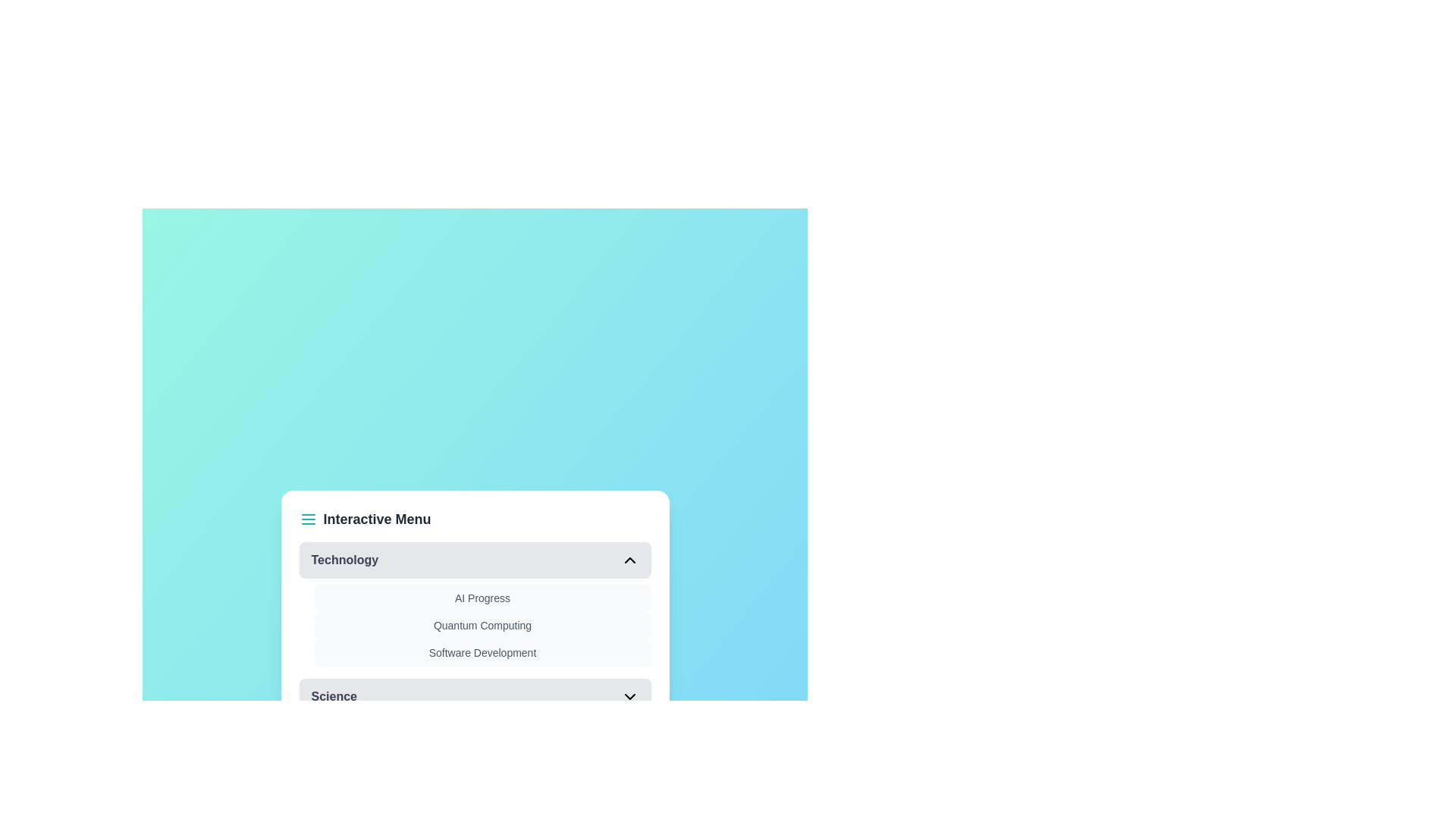  What do you see at coordinates (482, 651) in the screenshot?
I see `the Software Development to observe the hover effect` at bounding box center [482, 651].